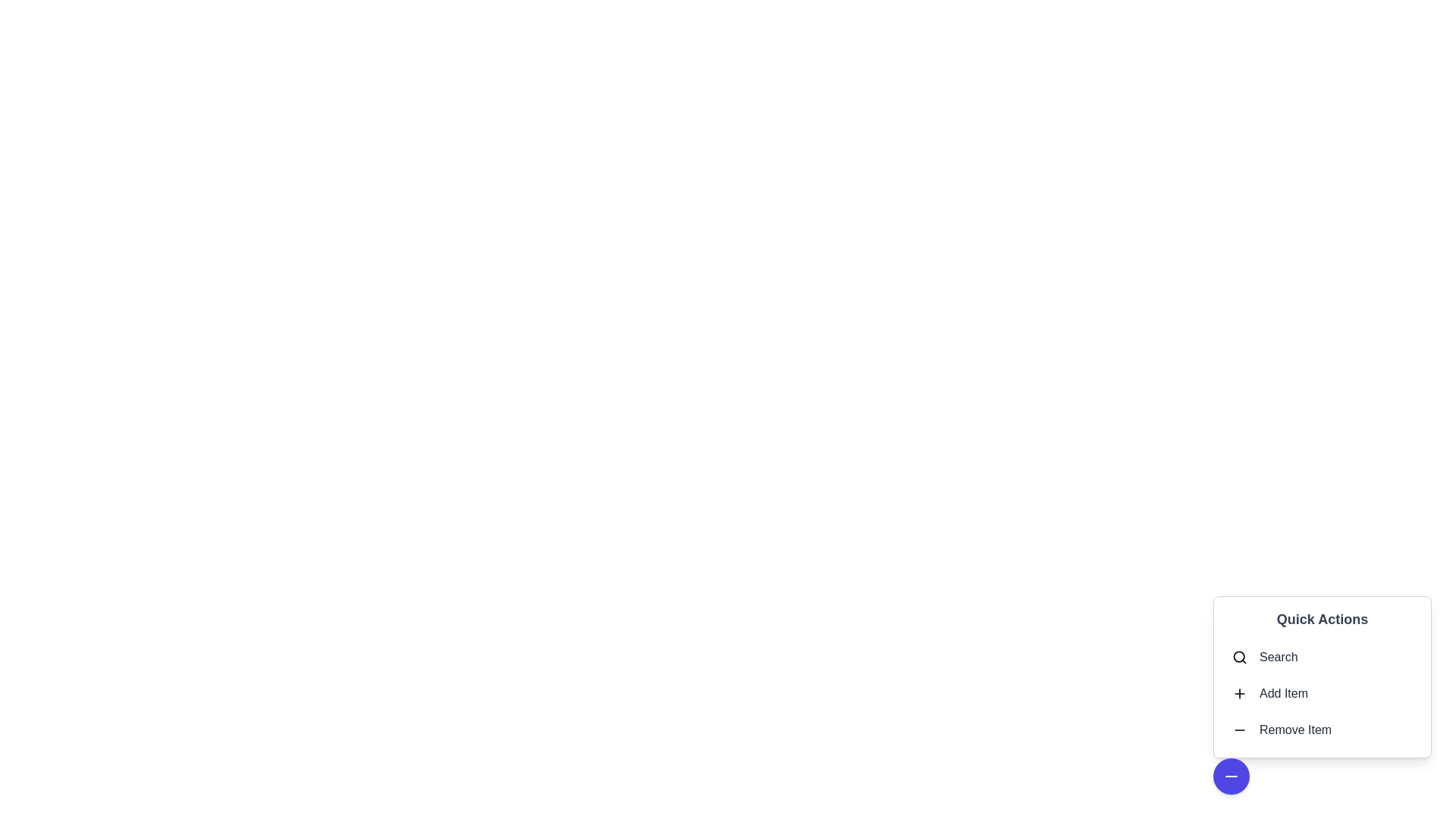 This screenshot has width=1456, height=819. Describe the element at coordinates (1240, 657) in the screenshot. I see `the search icon located to the left of the text 'Search' under the 'Quick Actions' title in the bottom-right corner of the interface` at that location.